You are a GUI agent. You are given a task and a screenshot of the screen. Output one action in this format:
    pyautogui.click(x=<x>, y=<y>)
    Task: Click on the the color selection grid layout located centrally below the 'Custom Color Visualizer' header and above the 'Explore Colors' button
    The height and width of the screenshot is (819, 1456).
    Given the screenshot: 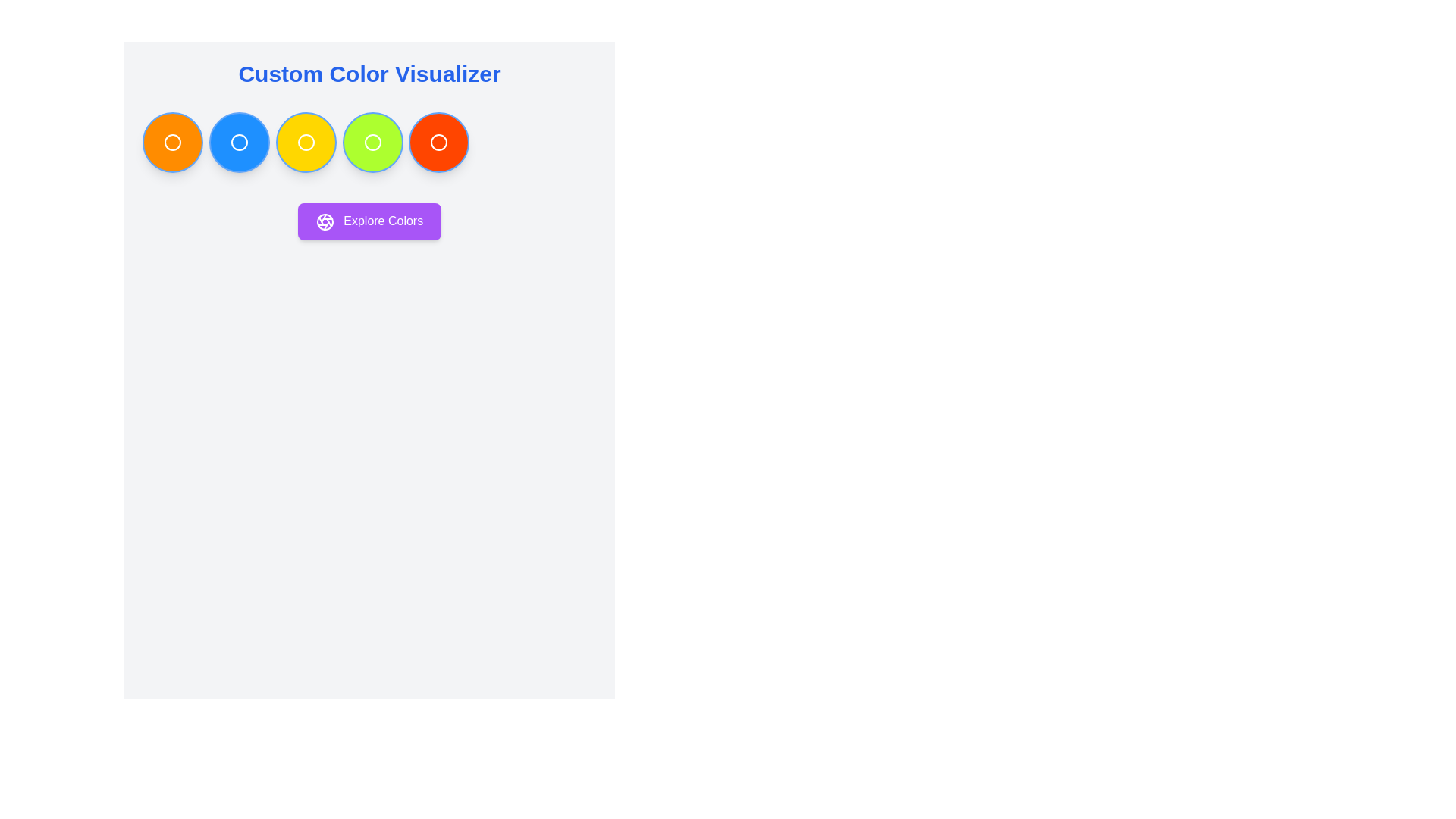 What is the action you would take?
    pyautogui.click(x=369, y=143)
    